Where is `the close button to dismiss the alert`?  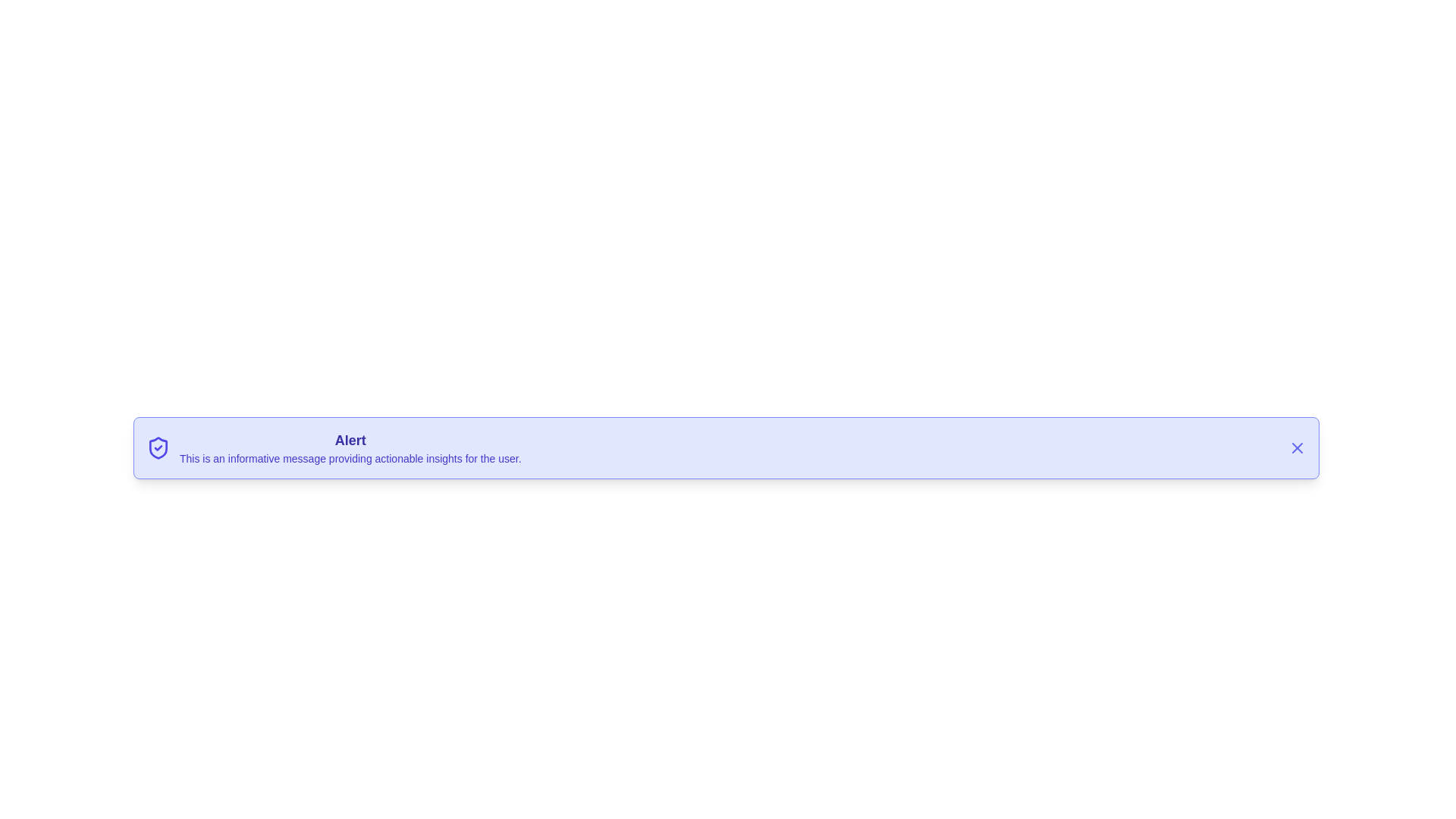
the close button to dismiss the alert is located at coordinates (1296, 447).